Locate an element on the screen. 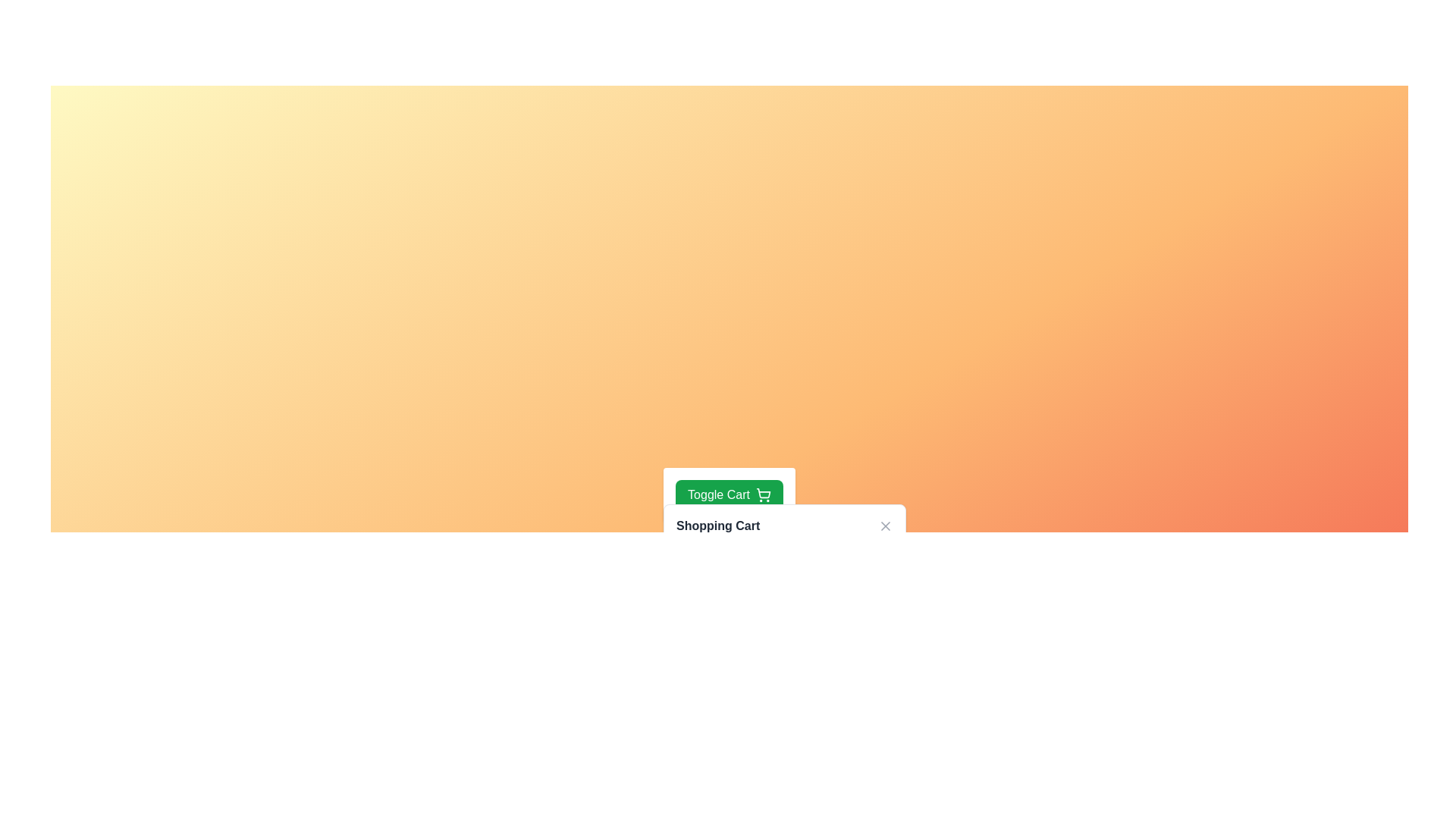  the static text label displaying 'Shopping Cart', which is styled in bold dark gray and serves as a header within a horizontal bar is located at coordinates (717, 526).